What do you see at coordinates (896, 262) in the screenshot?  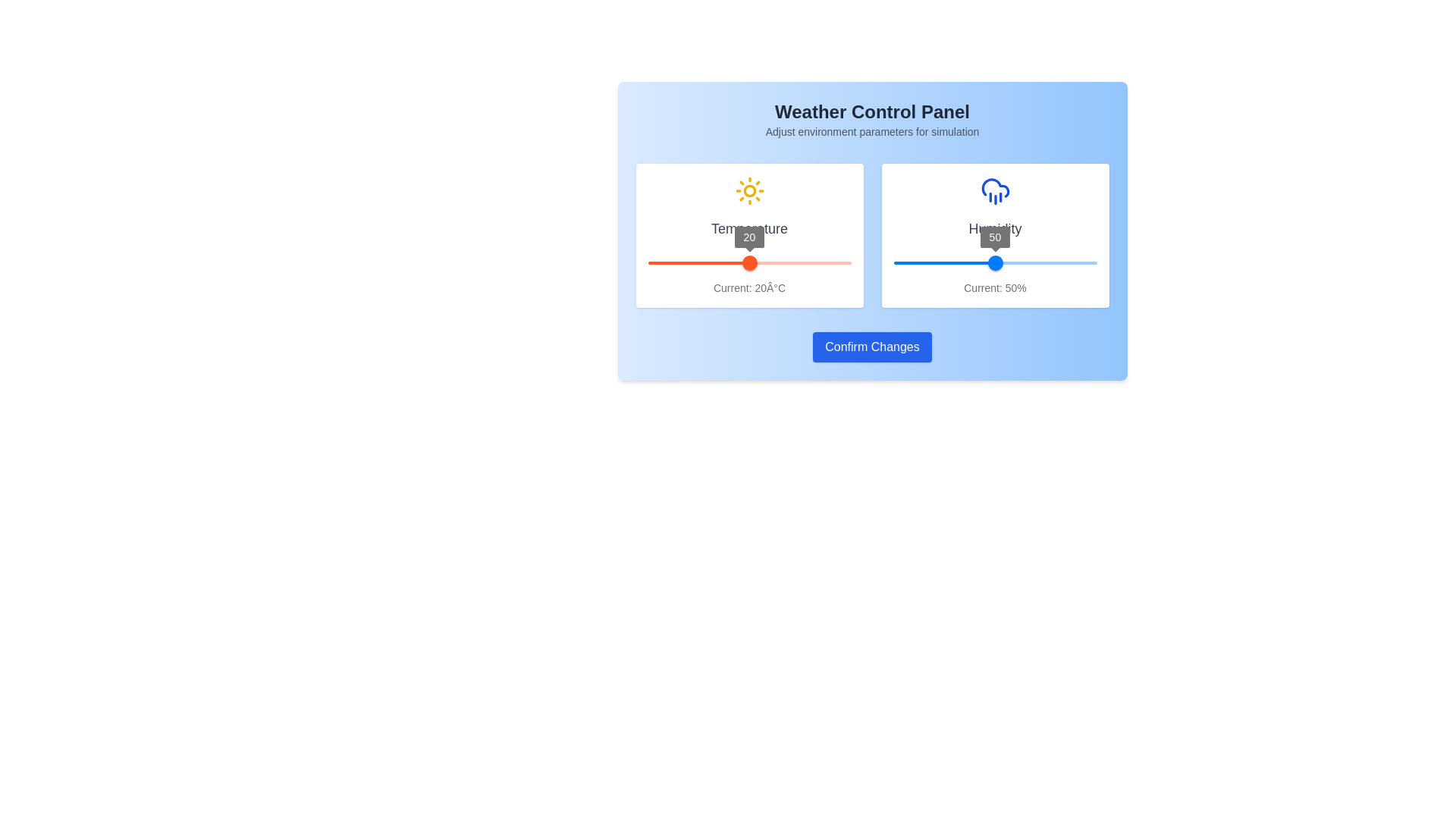 I see `the humidity percentage` at bounding box center [896, 262].